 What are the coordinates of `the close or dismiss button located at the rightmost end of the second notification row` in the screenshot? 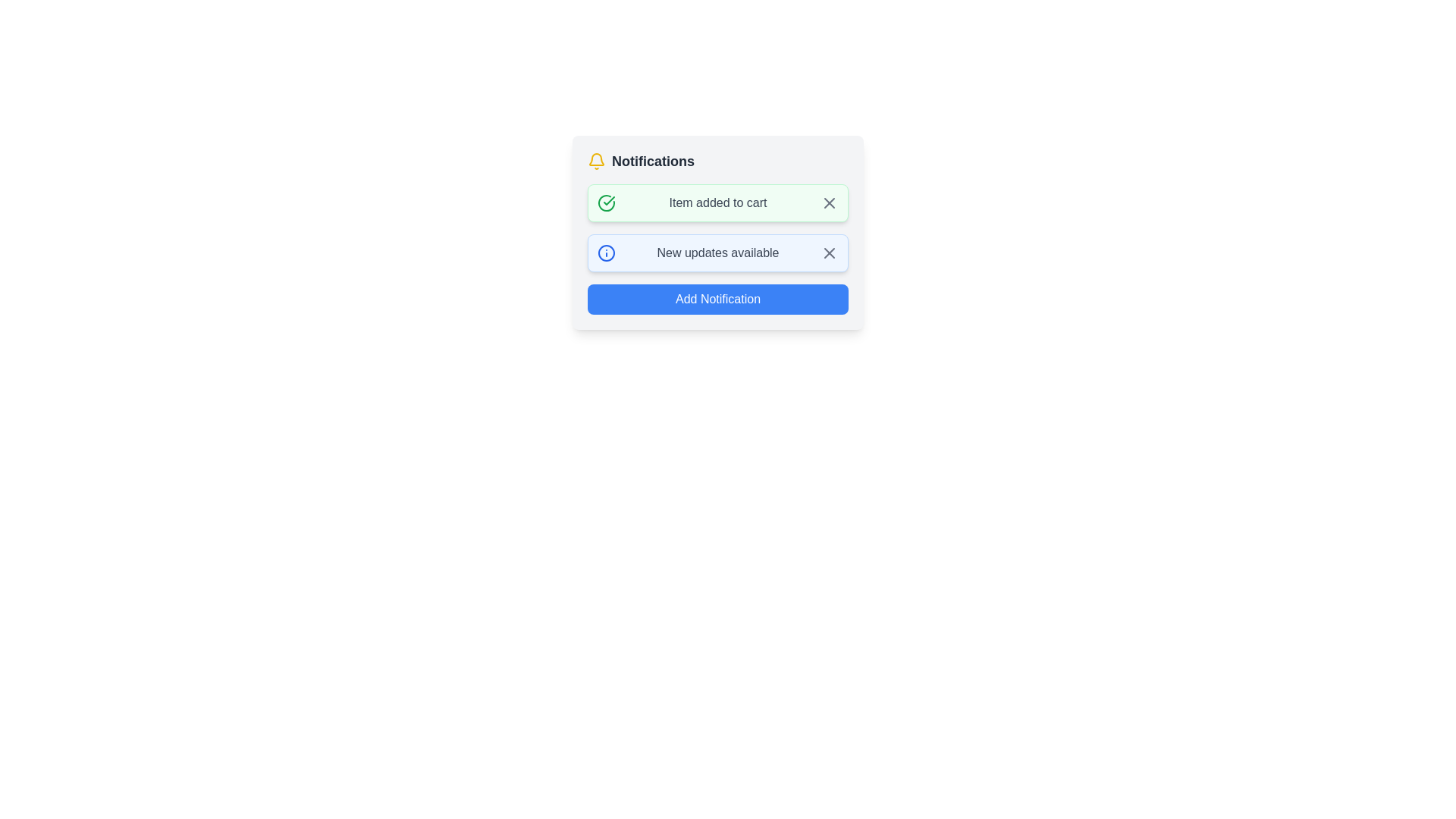 It's located at (829, 253).